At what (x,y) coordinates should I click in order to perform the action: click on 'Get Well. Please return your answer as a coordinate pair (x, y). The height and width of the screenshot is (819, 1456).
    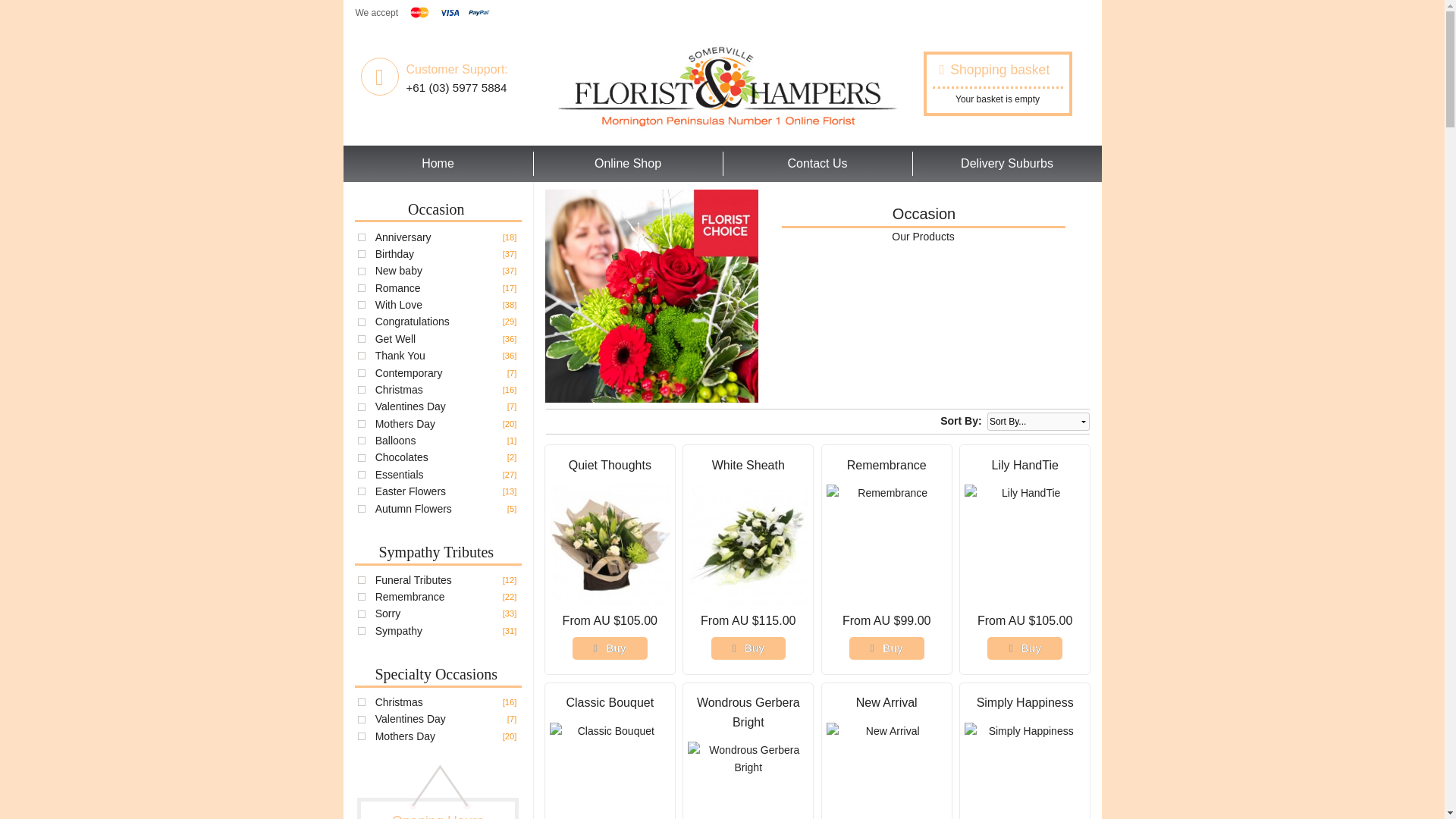
    Looking at the image, I should click on (395, 338).